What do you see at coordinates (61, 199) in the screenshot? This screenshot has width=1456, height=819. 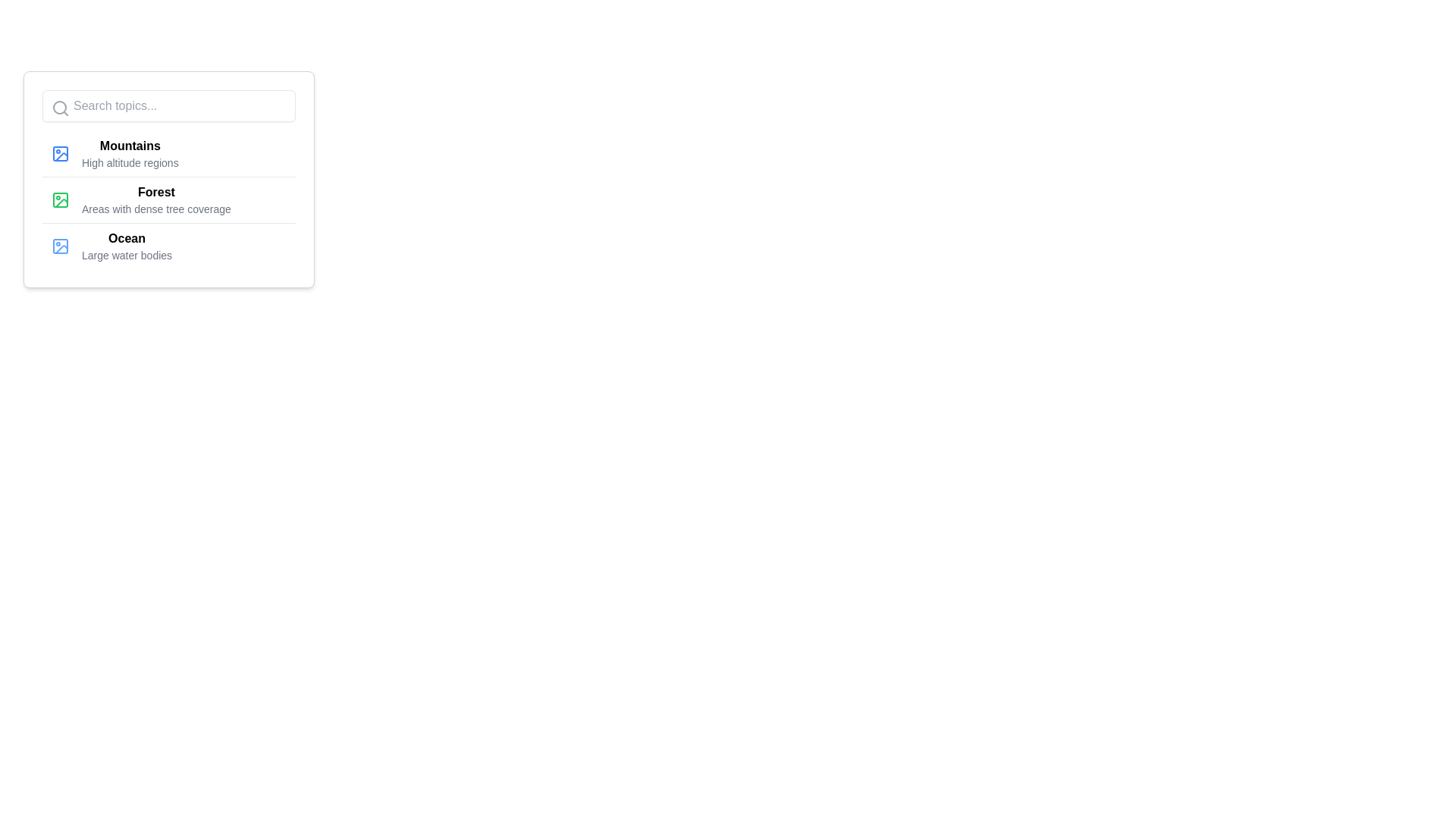 I see `the 'Forest' icon located adjacent to the text 'Areas with dense tree coverage' and 'Forest'` at bounding box center [61, 199].